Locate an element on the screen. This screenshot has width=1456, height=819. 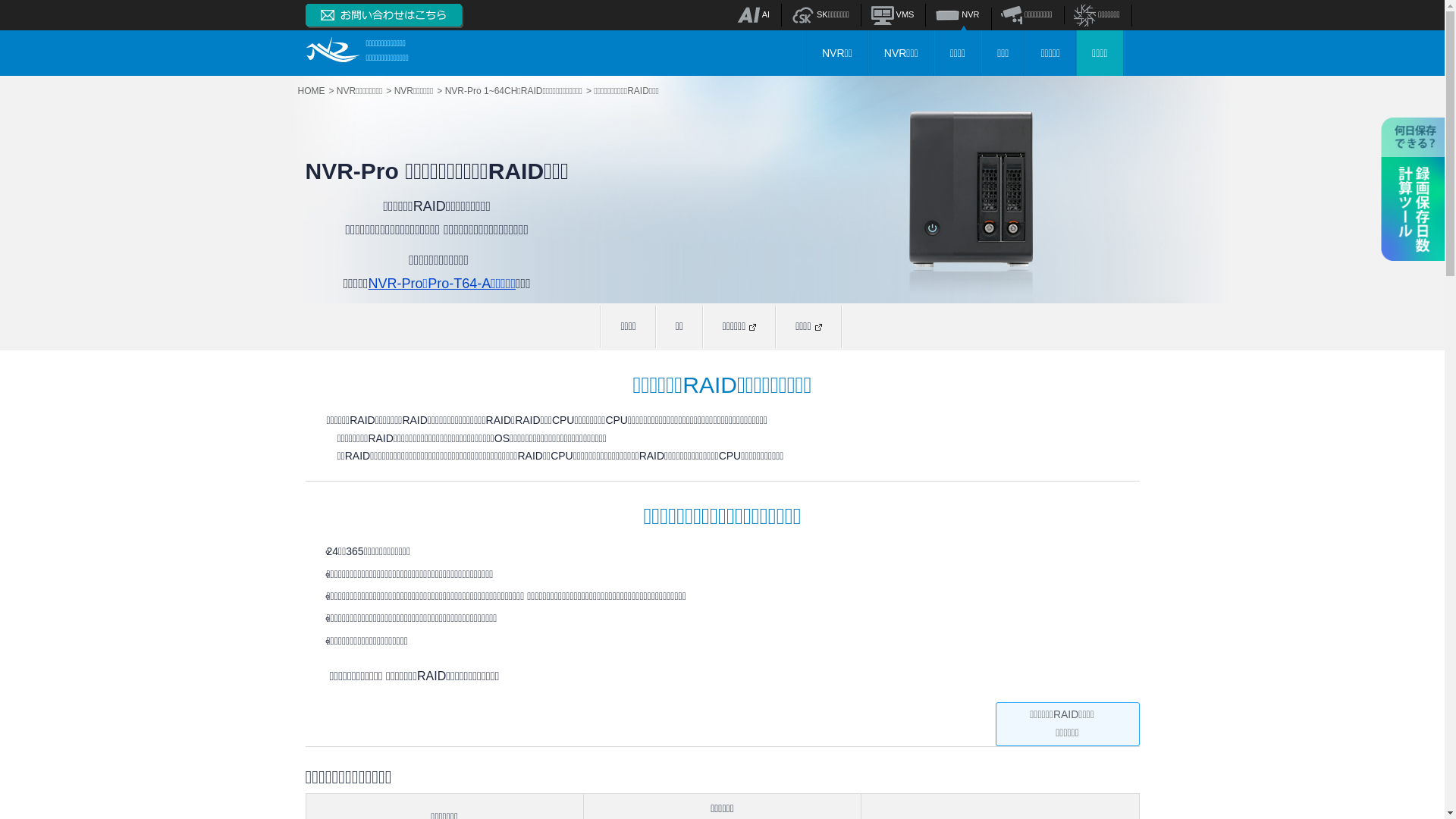
'HOME' is located at coordinates (315, 90).